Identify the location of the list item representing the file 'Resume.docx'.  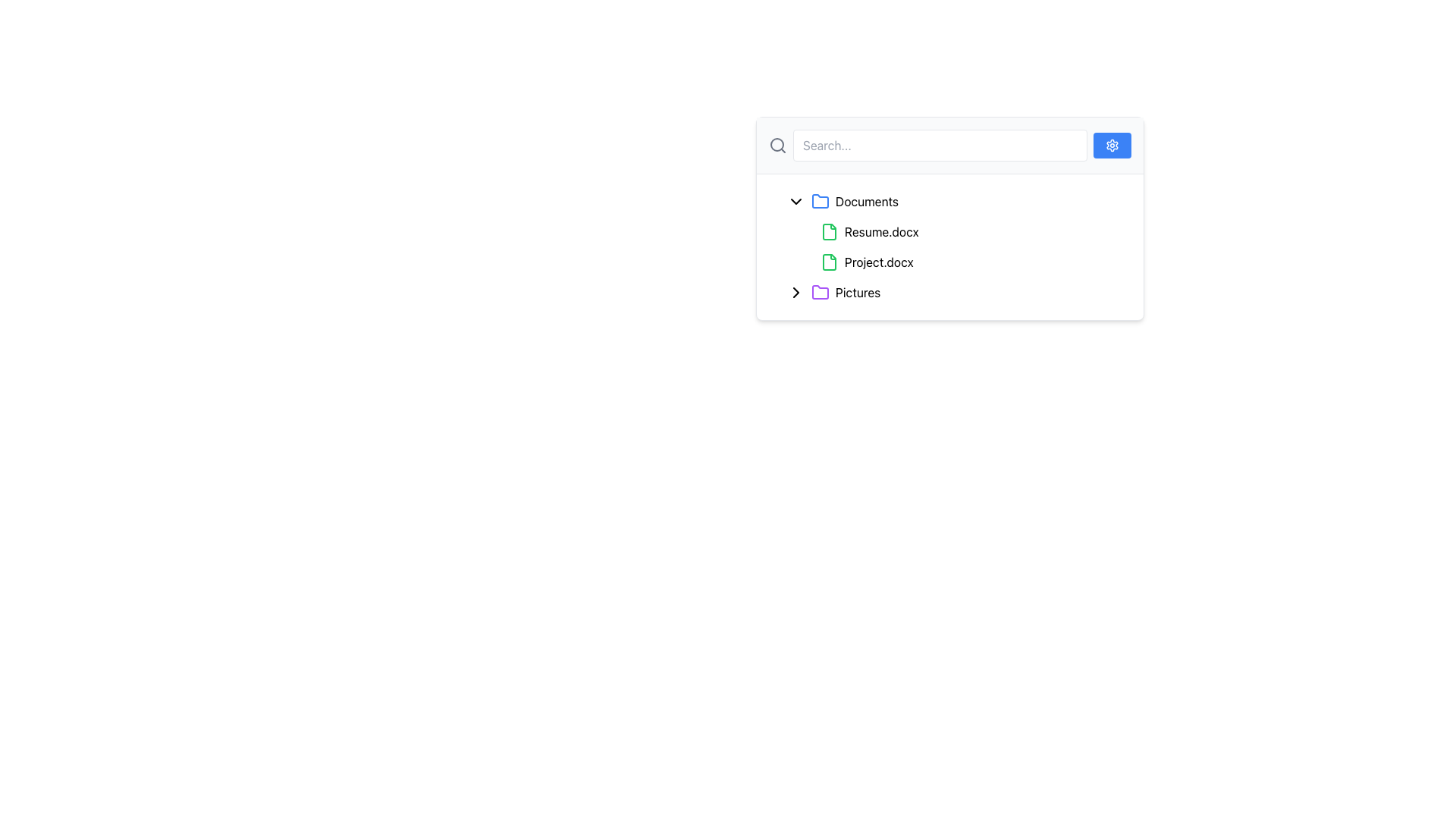
(955, 231).